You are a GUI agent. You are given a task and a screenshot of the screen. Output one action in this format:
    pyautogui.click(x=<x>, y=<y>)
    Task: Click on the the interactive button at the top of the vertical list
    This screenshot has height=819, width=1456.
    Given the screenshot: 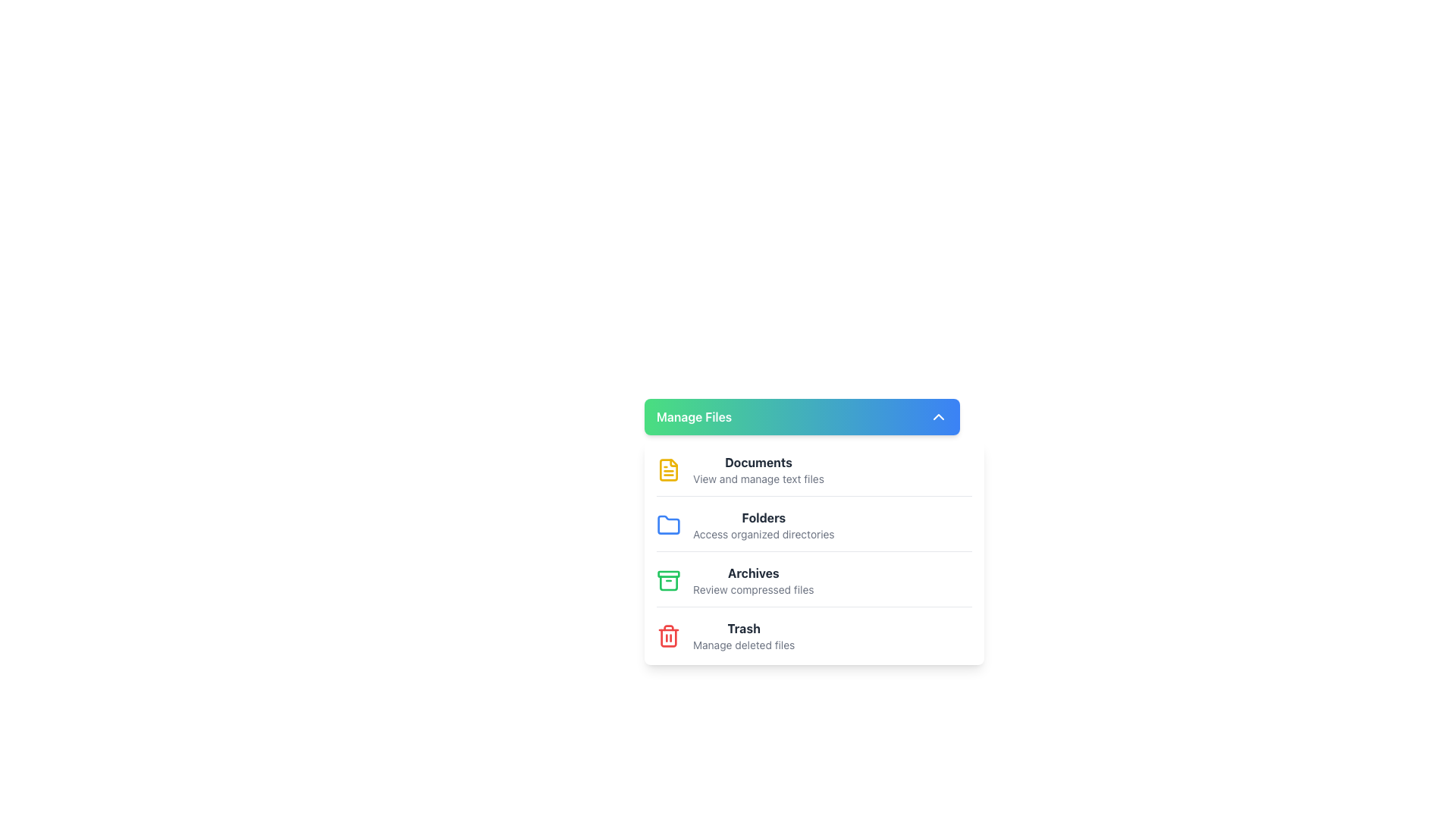 What is the action you would take?
    pyautogui.click(x=801, y=417)
    